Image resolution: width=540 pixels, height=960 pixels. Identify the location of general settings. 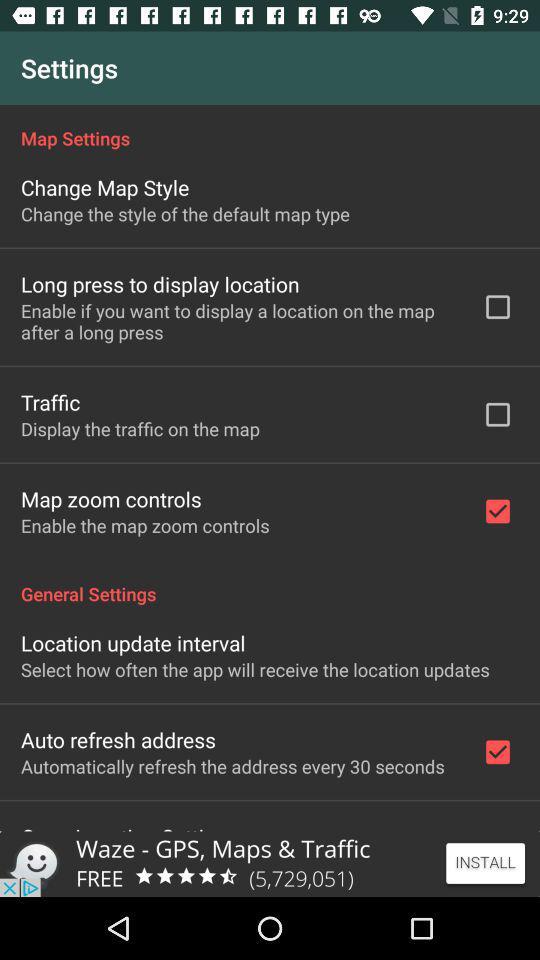
(270, 583).